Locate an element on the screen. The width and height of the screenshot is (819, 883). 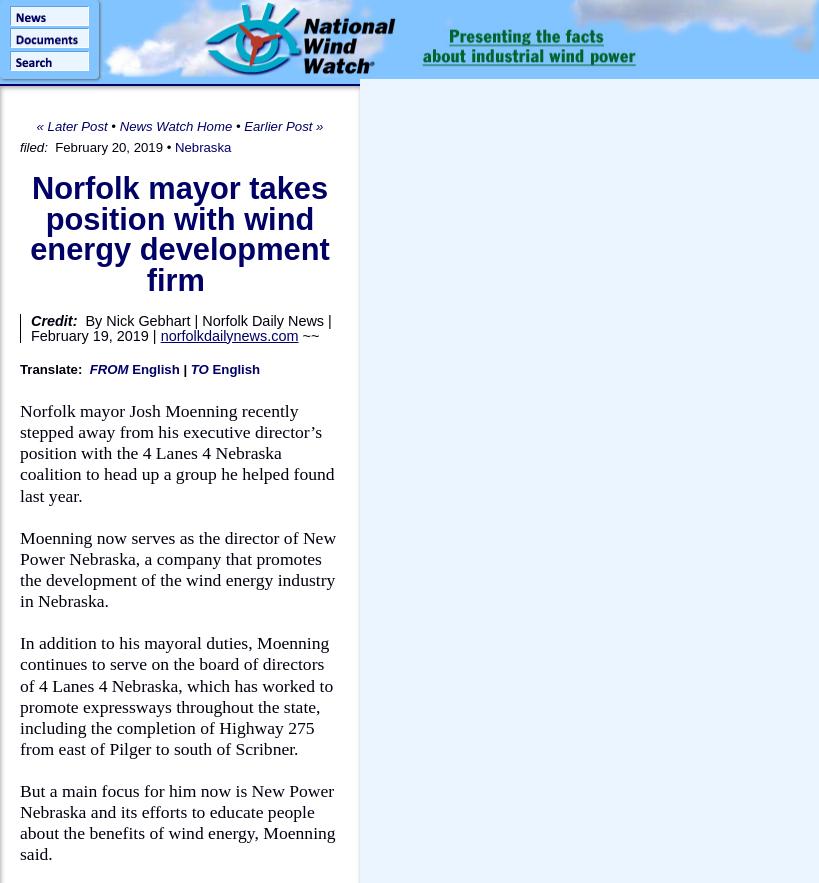
'filed:' is located at coordinates (34, 147).